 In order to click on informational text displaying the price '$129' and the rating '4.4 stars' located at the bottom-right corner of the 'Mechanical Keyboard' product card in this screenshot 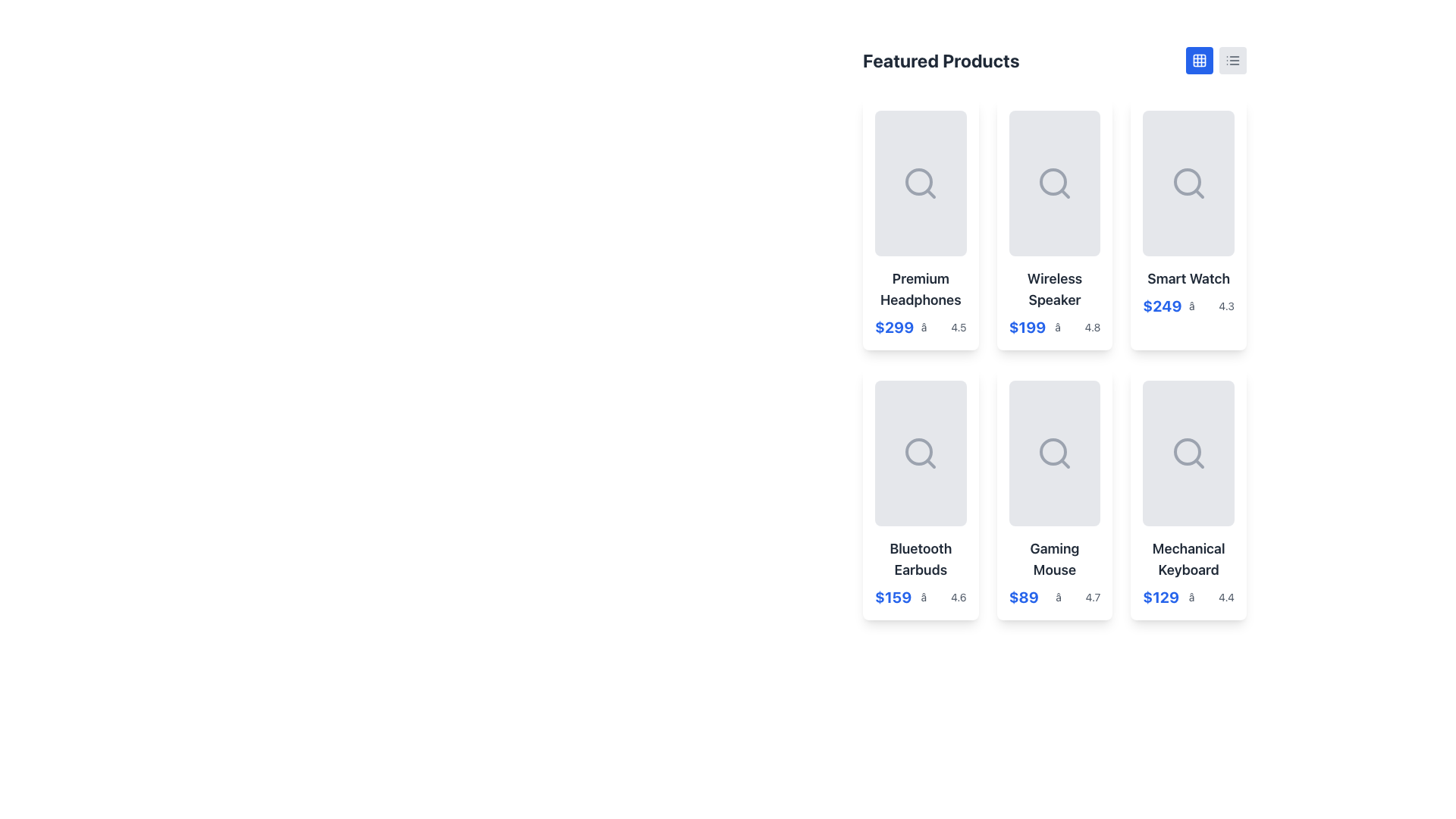, I will do `click(1188, 596)`.